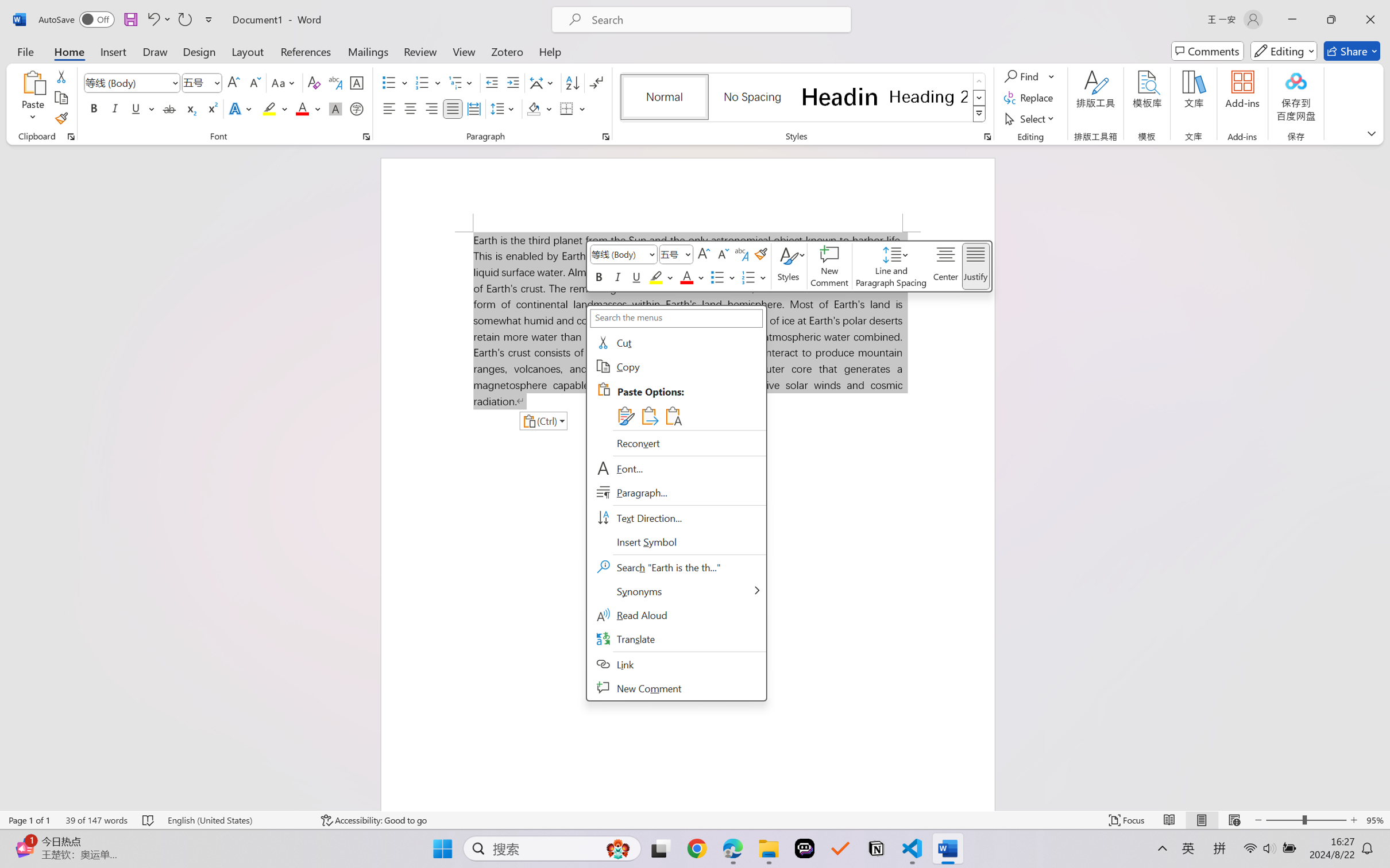 Image resolution: width=1390 pixels, height=868 pixels. What do you see at coordinates (695, 820) in the screenshot?
I see `'Class: MsoCommandBar'` at bounding box center [695, 820].